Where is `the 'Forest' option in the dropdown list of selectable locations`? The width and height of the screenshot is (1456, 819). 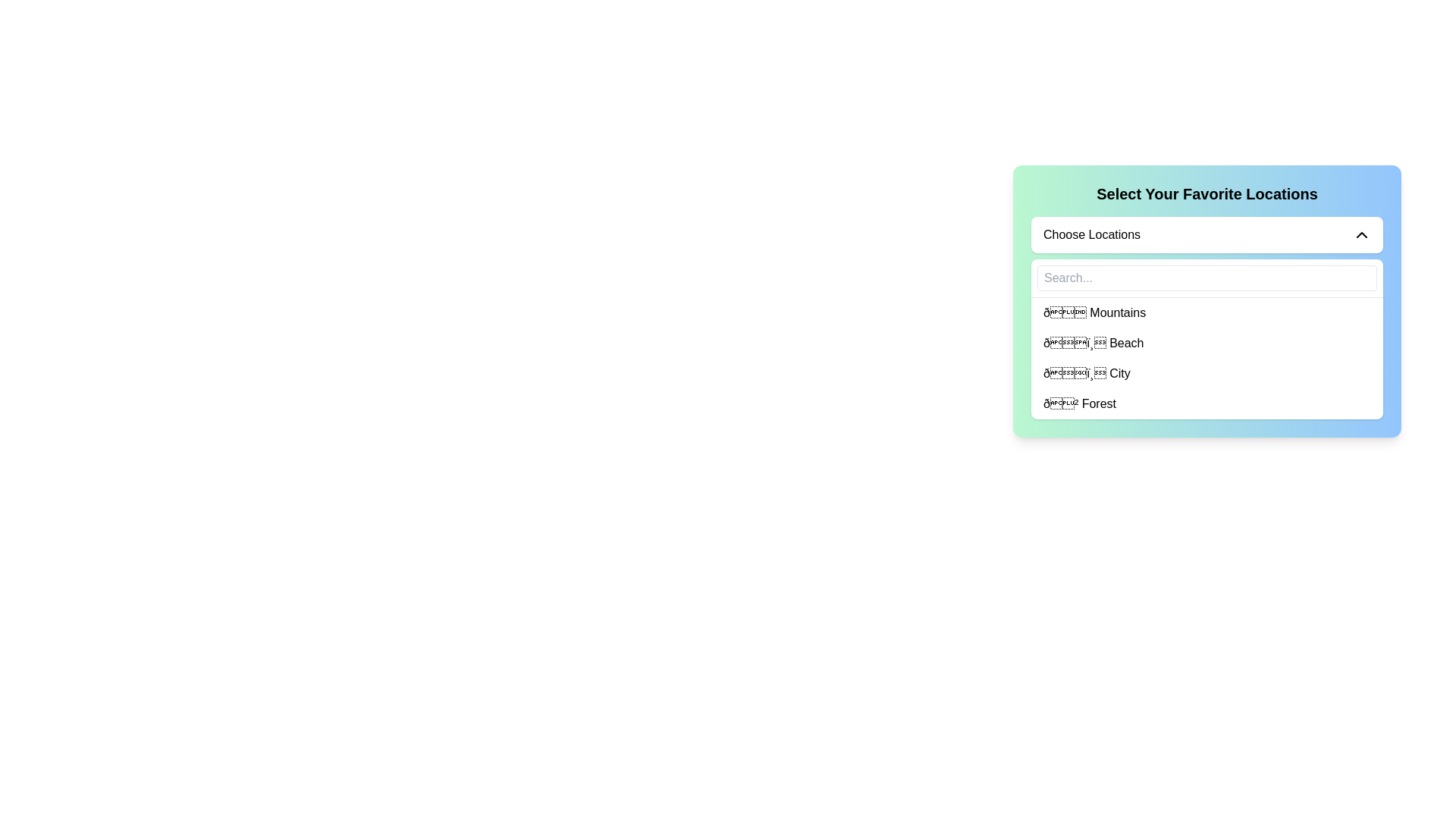
the 'Forest' option in the dropdown list of selectable locations is located at coordinates (1079, 403).